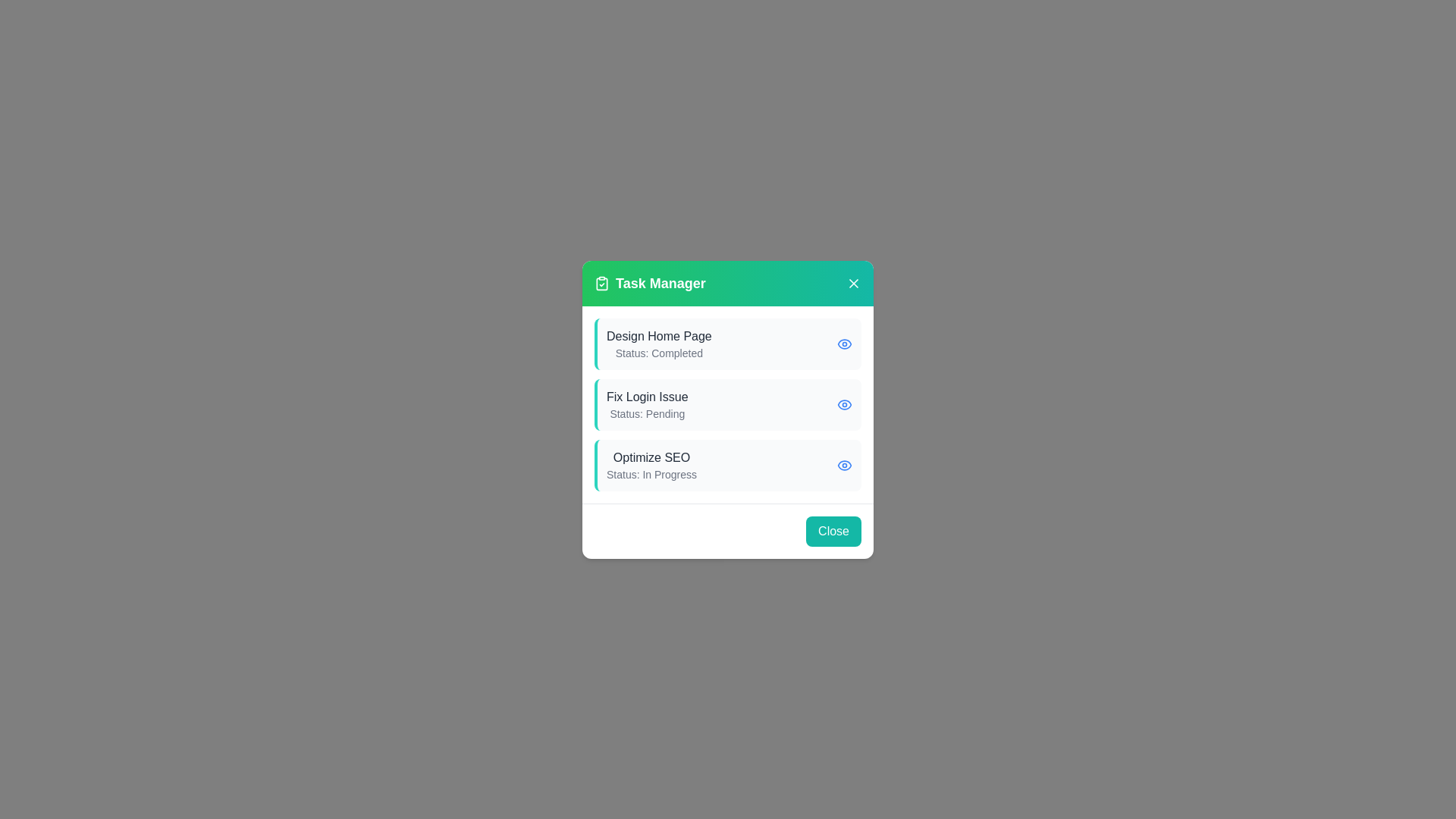  I want to click on the text label displaying 'Design Home Page' in bold font and dark gray color, located at the top-left corner of the first task card in the 'Task Manager' modal dialog, so click(659, 335).